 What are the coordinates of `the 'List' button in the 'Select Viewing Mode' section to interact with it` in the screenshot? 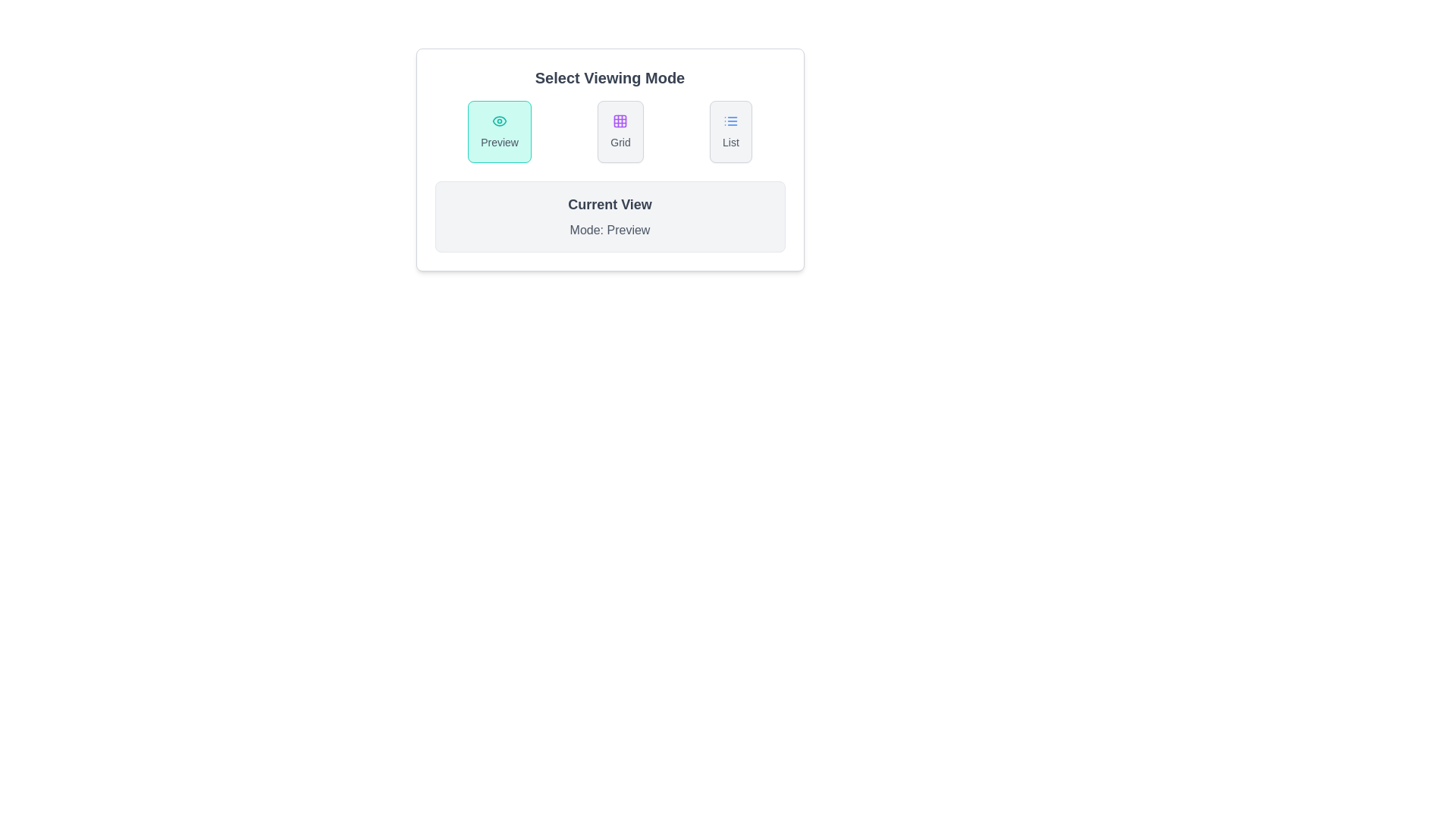 It's located at (730, 130).